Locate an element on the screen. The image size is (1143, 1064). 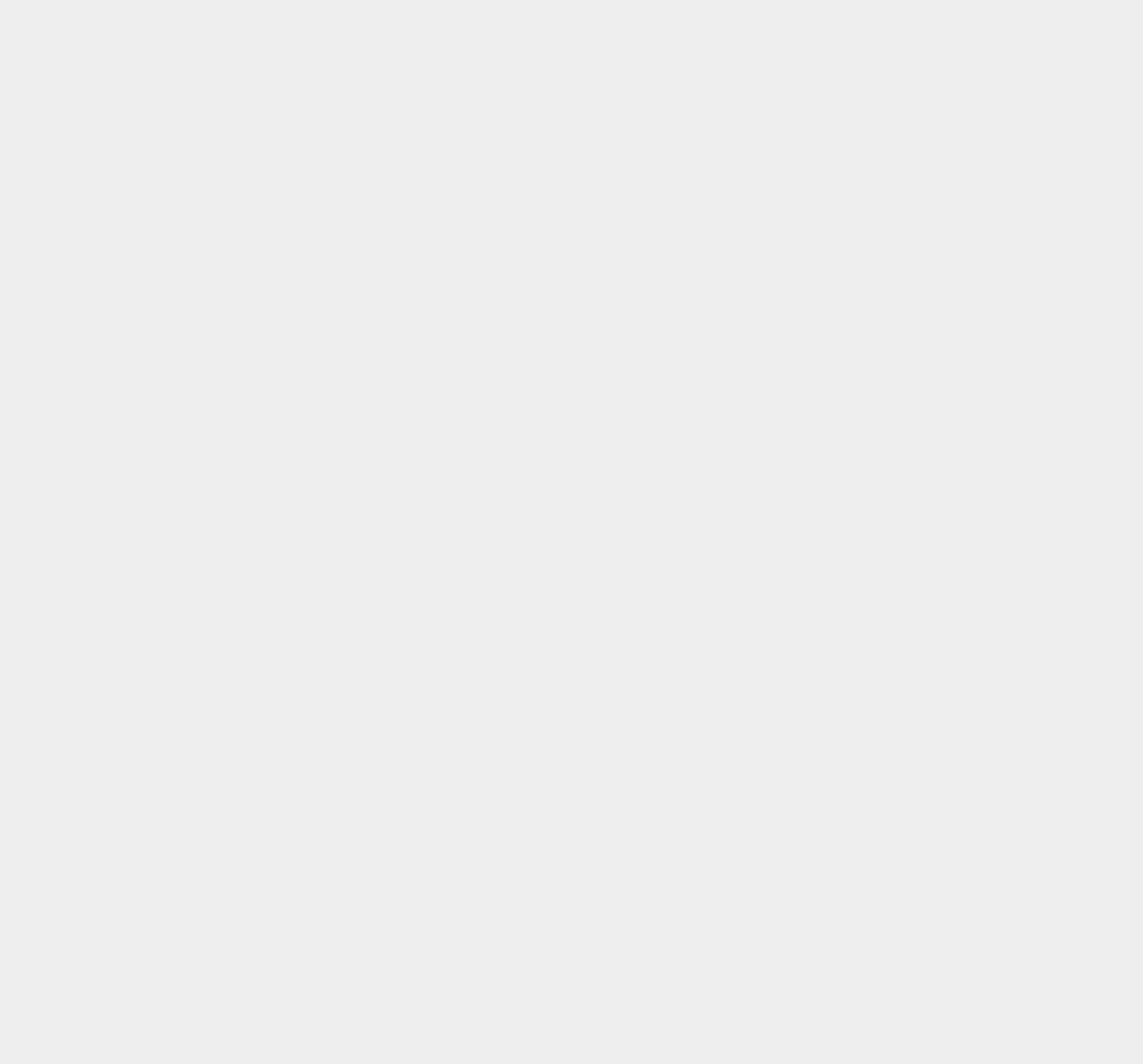
'Lockerz' is located at coordinates (807, 923).